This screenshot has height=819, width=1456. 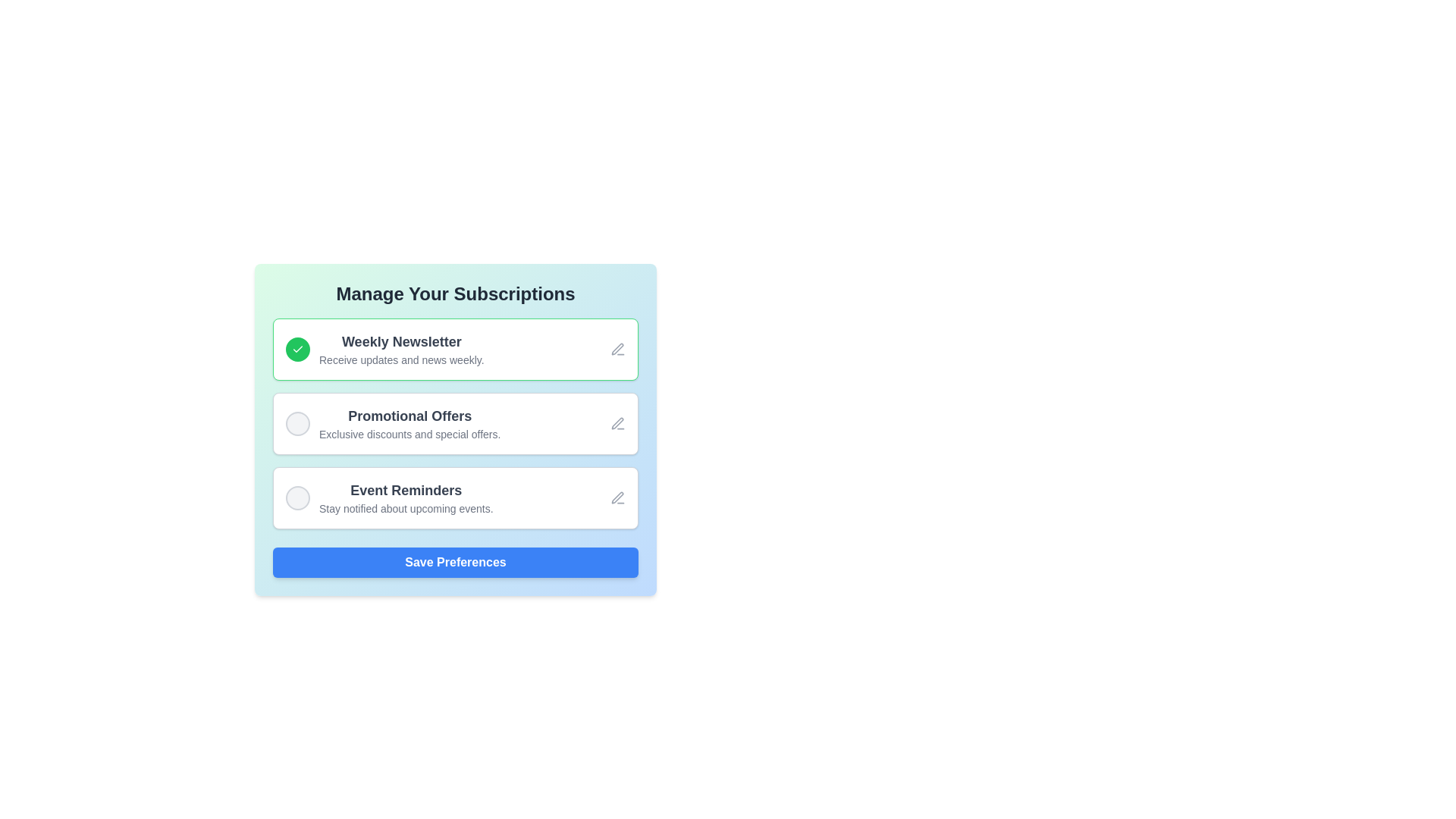 What do you see at coordinates (393, 424) in the screenshot?
I see `the circular icon associated with the 'Promotional Offers' list item, which is the second item in the subscription options` at bounding box center [393, 424].